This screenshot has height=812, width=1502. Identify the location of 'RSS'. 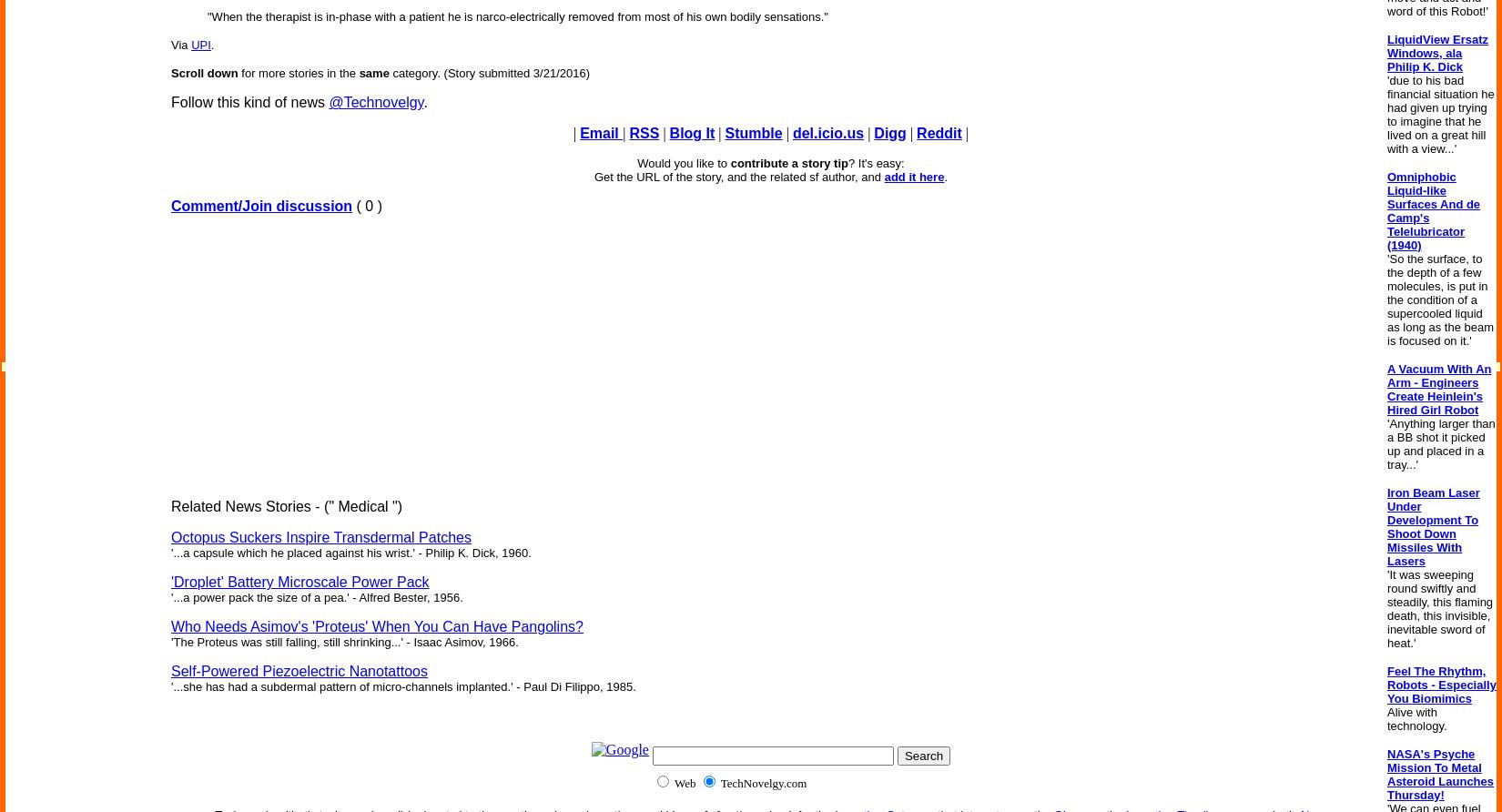
(628, 132).